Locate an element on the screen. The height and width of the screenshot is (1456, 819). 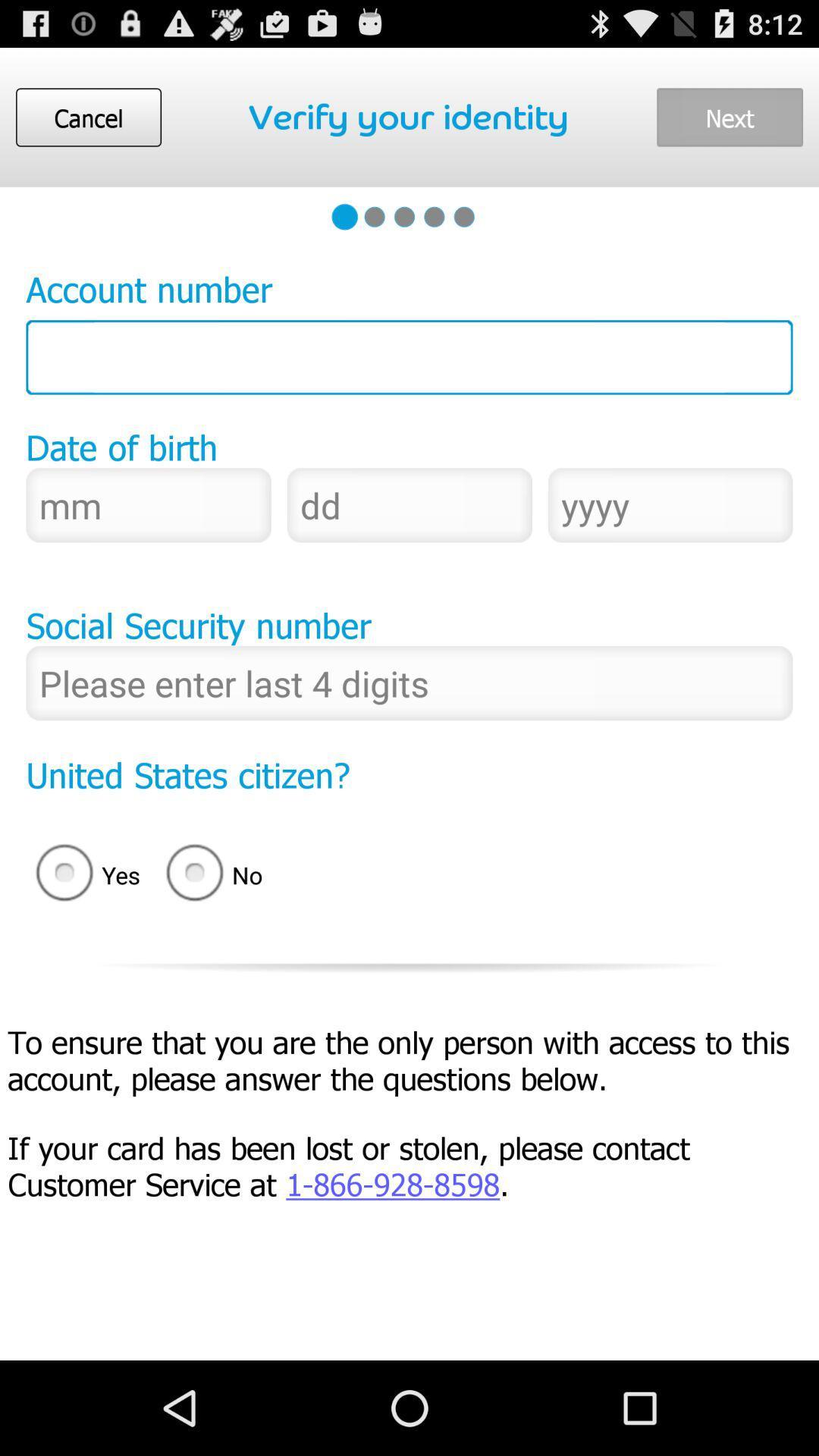
if your card is located at coordinates (413, 1164).